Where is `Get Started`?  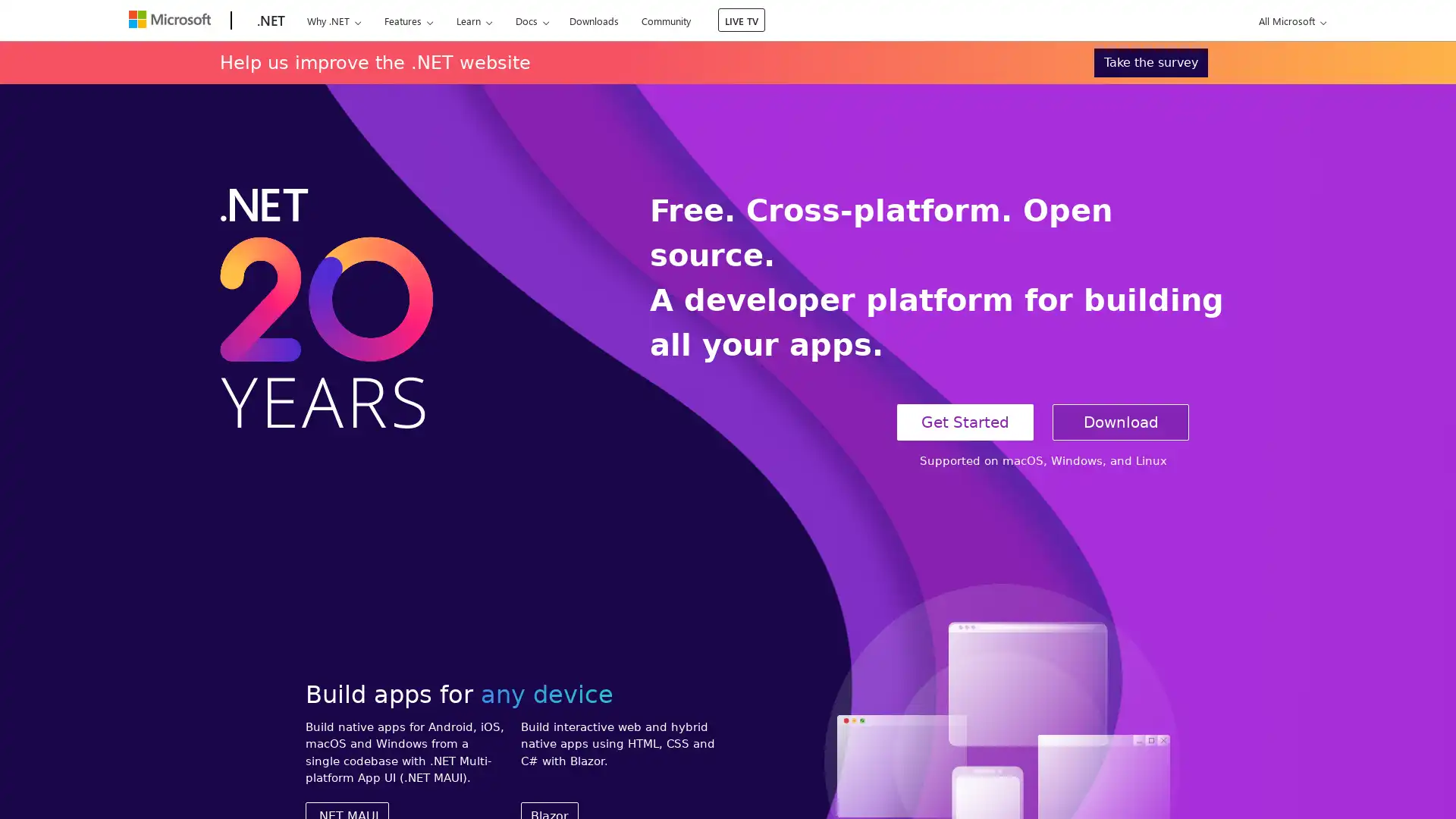
Get Started is located at coordinates (964, 422).